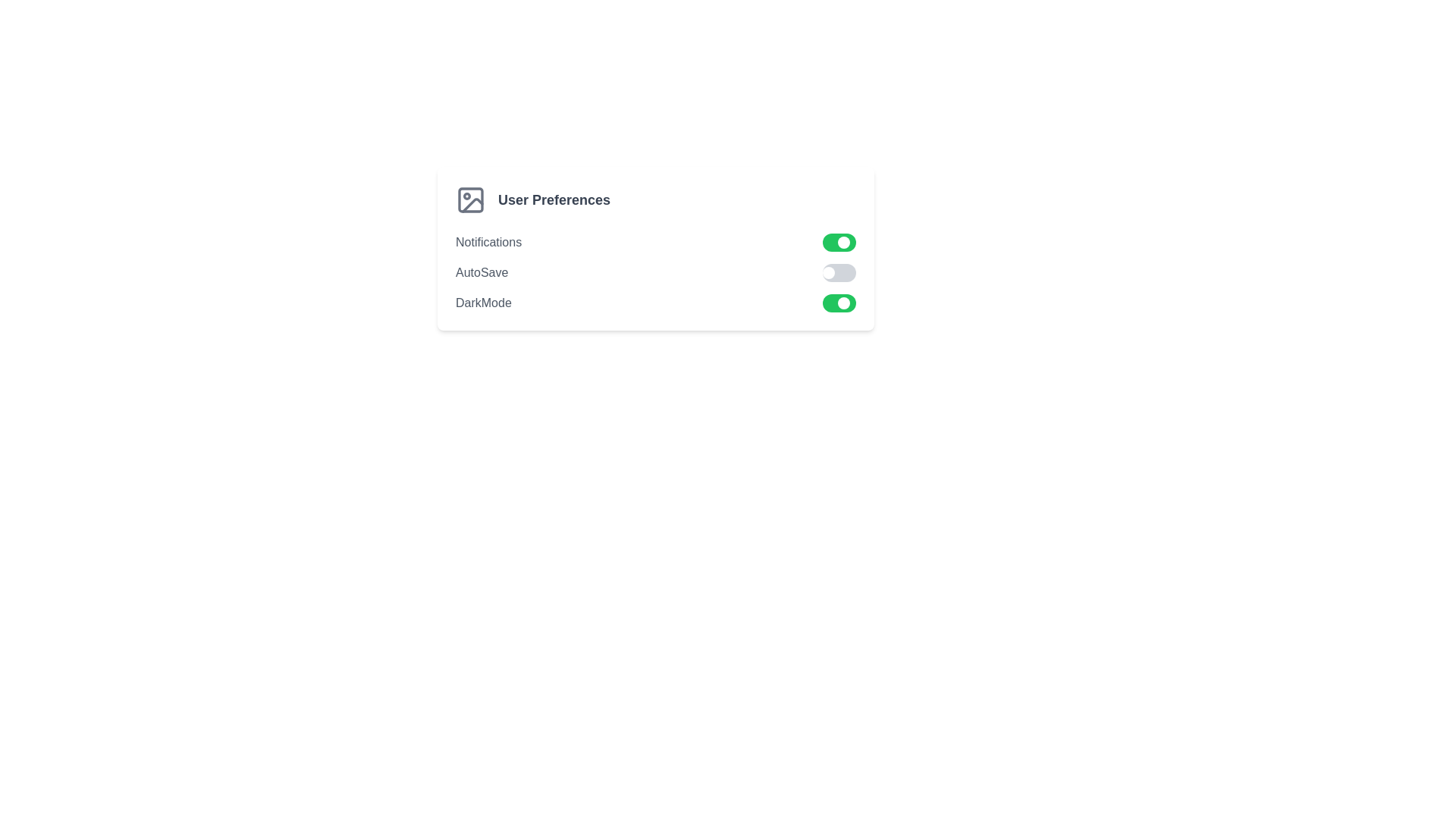  Describe the element at coordinates (843, 242) in the screenshot. I see `the circular toggle handle for the 'Notifications' setting` at that location.